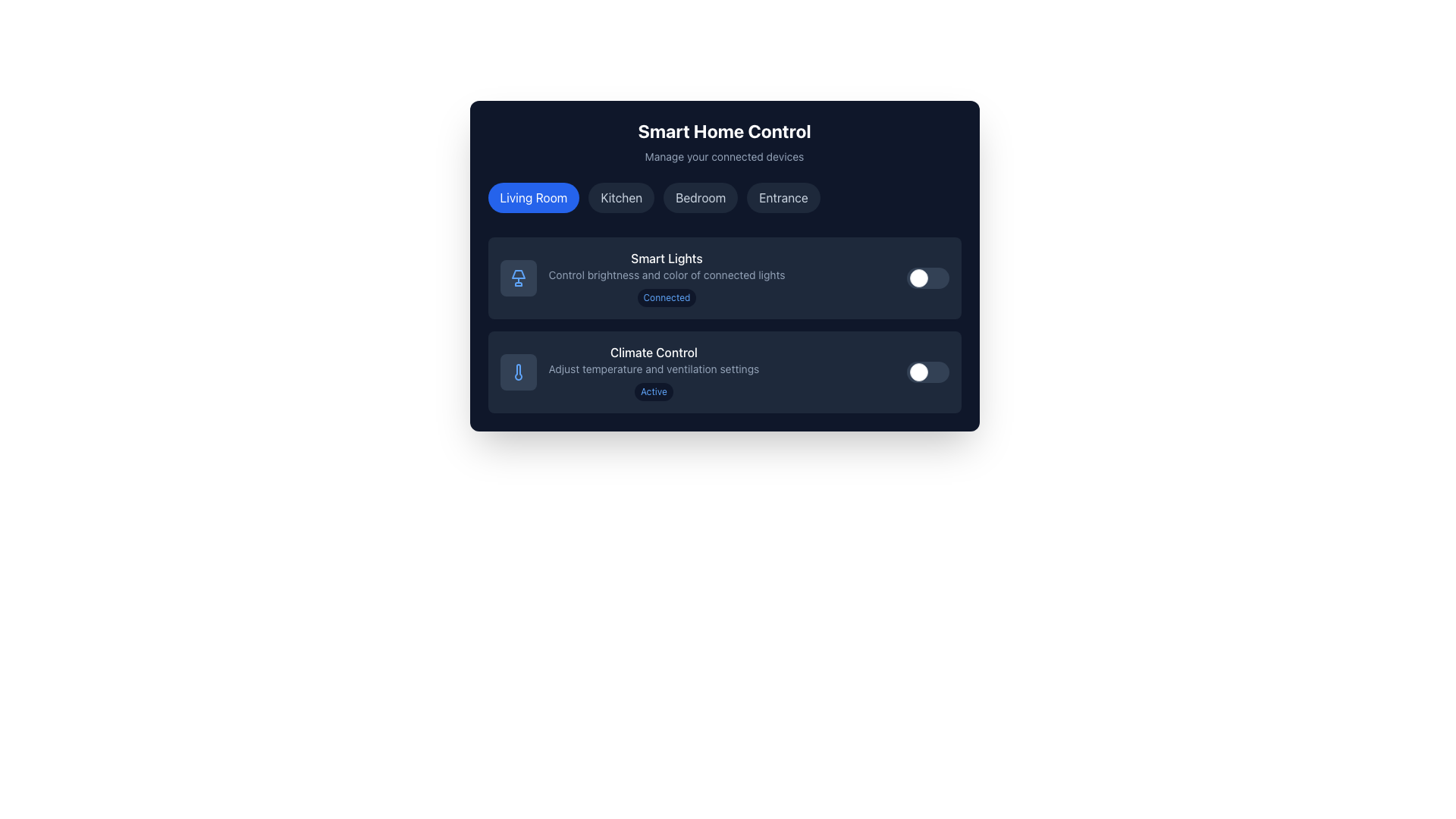 This screenshot has width=1456, height=819. Describe the element at coordinates (723, 372) in the screenshot. I see `the 'Active' tag within the Card-like UI component labeled 'Climate Control'` at that location.